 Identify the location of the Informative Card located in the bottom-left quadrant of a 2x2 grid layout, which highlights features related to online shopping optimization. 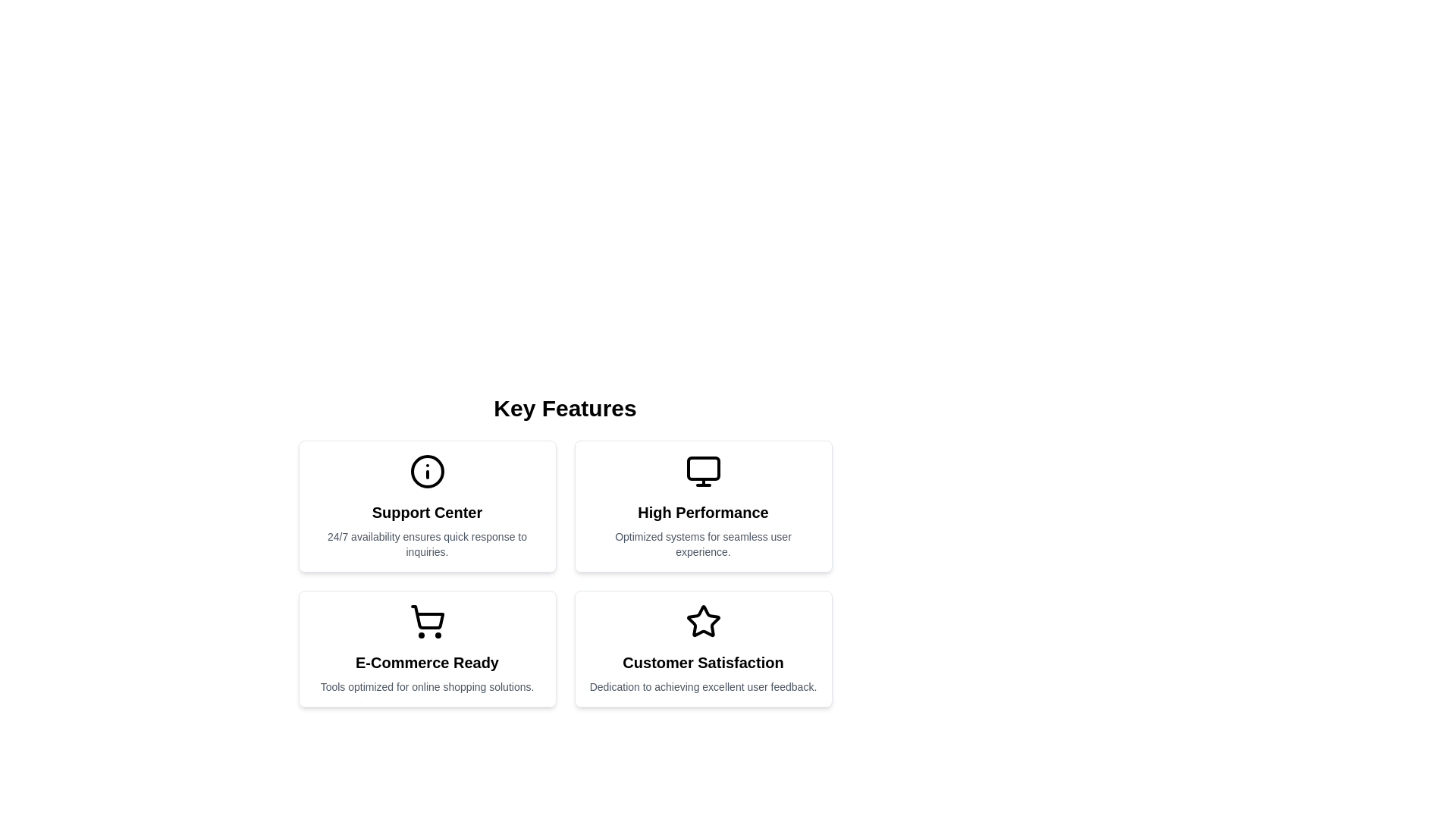
(426, 648).